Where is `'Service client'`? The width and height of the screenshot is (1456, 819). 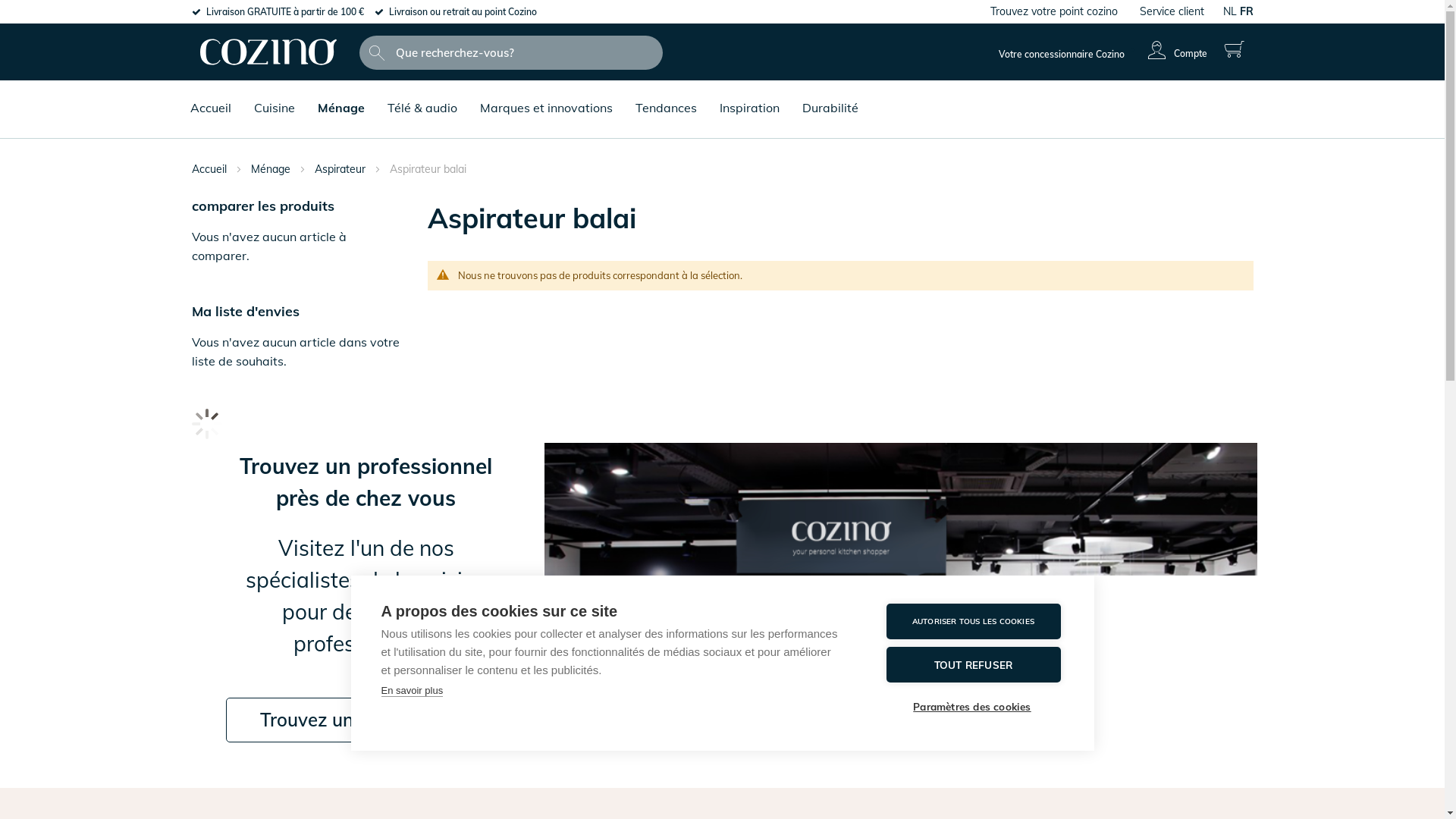
'Service client' is located at coordinates (1170, 11).